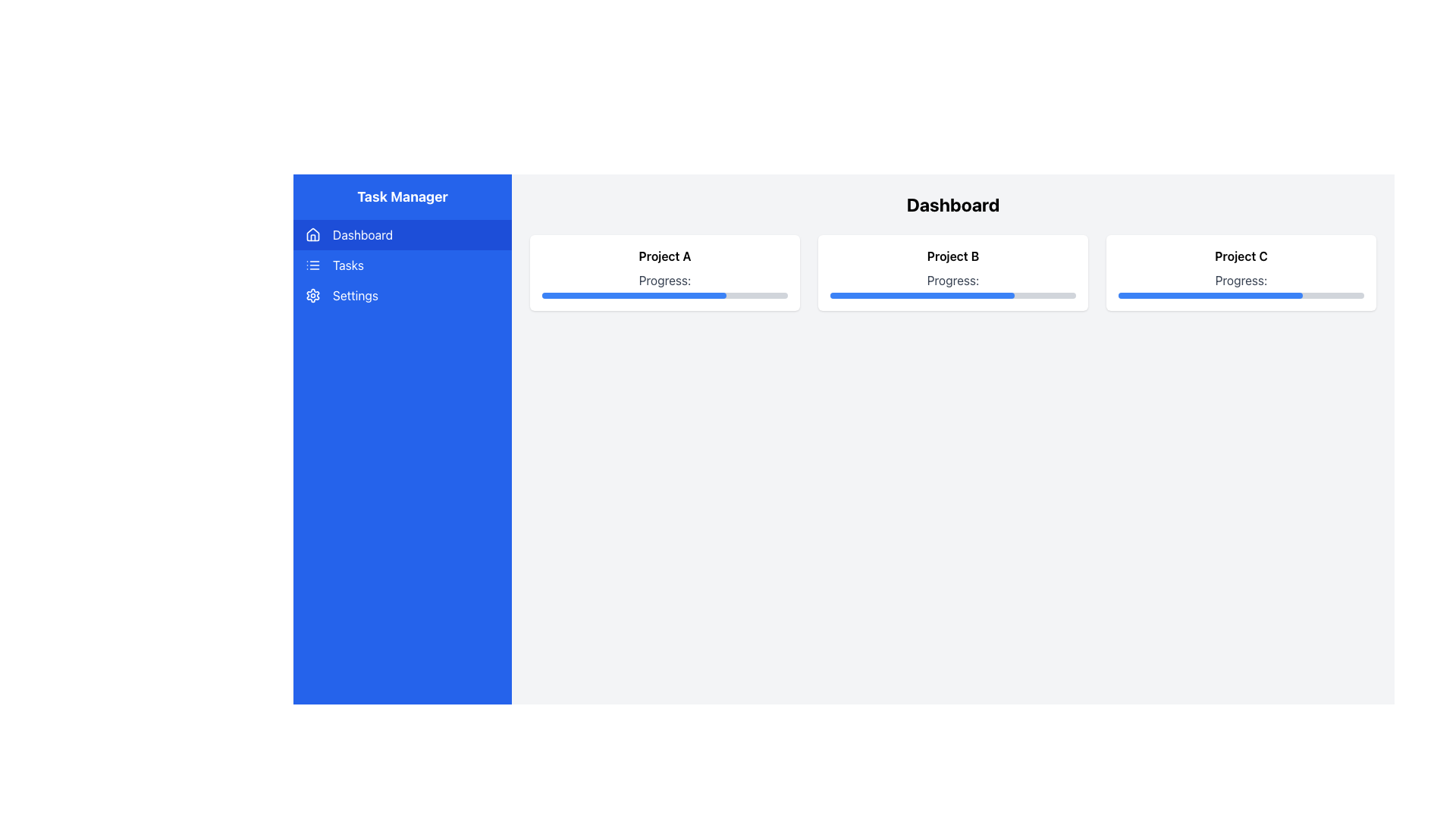 Image resolution: width=1456 pixels, height=819 pixels. Describe the element at coordinates (403, 196) in the screenshot. I see `the text label at the top of the vertical sidebar menu, which indicates the purpose or scope of the menu` at that location.